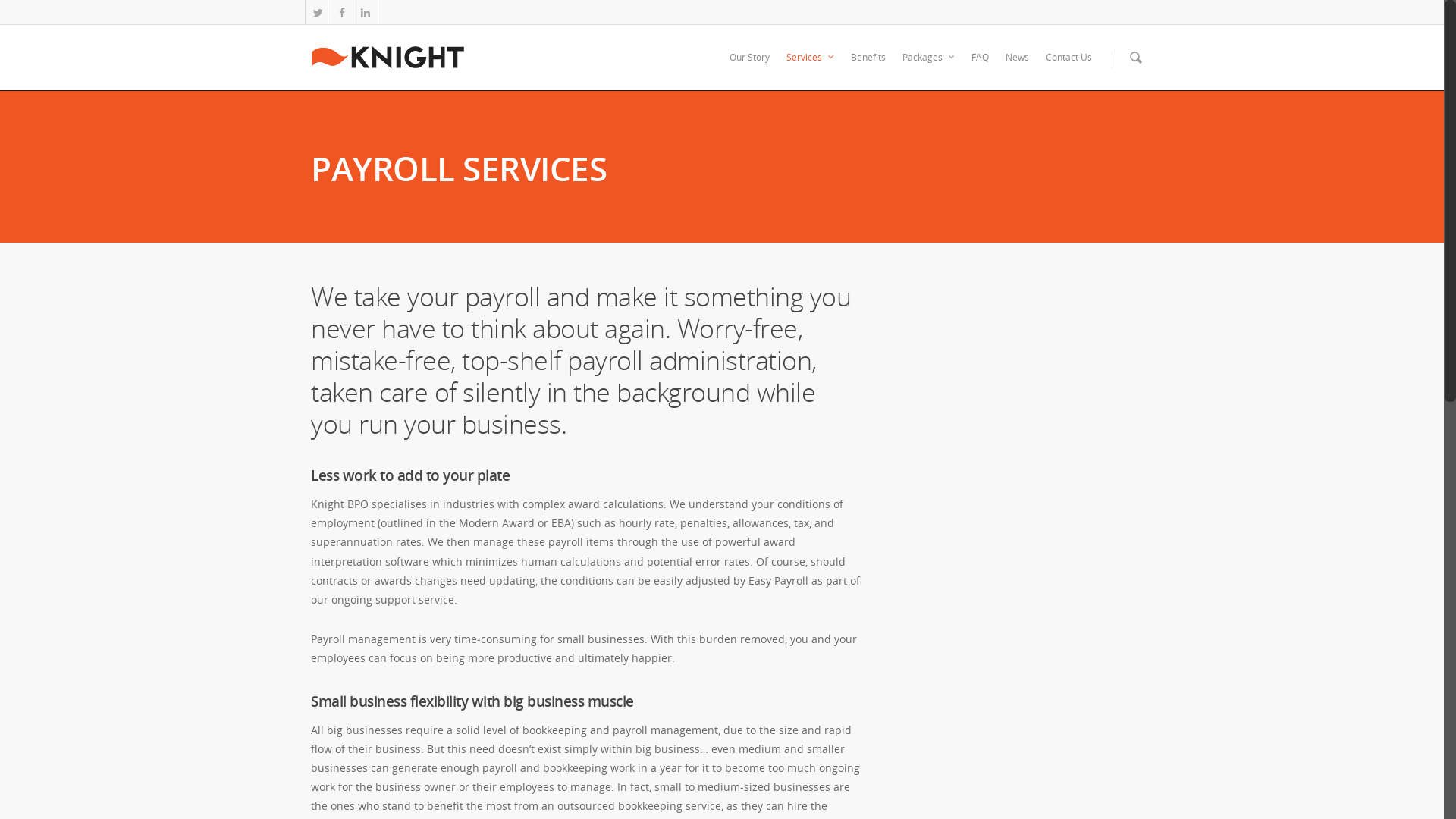  What do you see at coordinates (749, 67) in the screenshot?
I see `'Our Story'` at bounding box center [749, 67].